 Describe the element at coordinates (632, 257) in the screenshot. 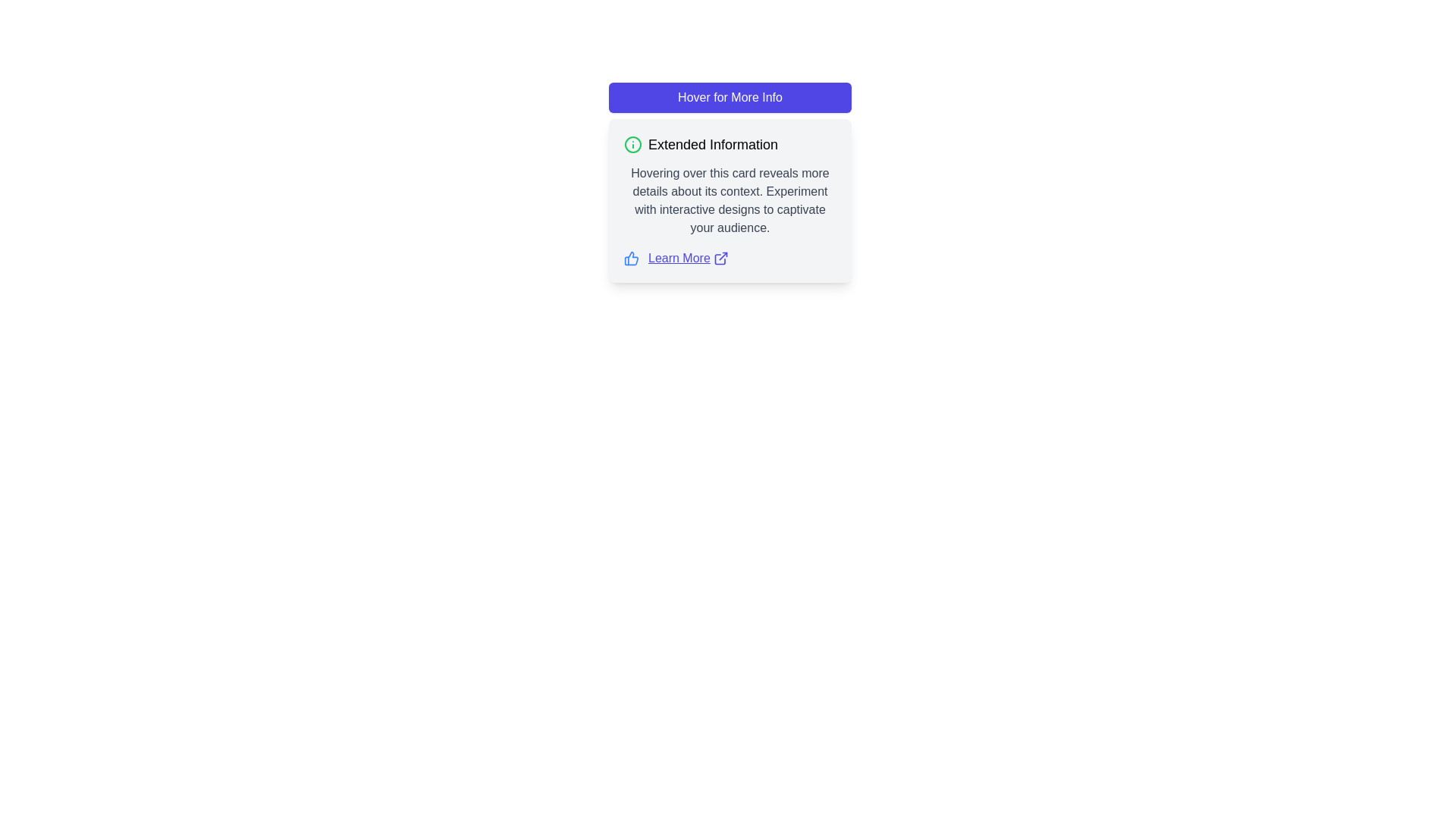

I see `the approval icon located at the far left within the horizontal grouping of elements near the bottom of the card` at that location.